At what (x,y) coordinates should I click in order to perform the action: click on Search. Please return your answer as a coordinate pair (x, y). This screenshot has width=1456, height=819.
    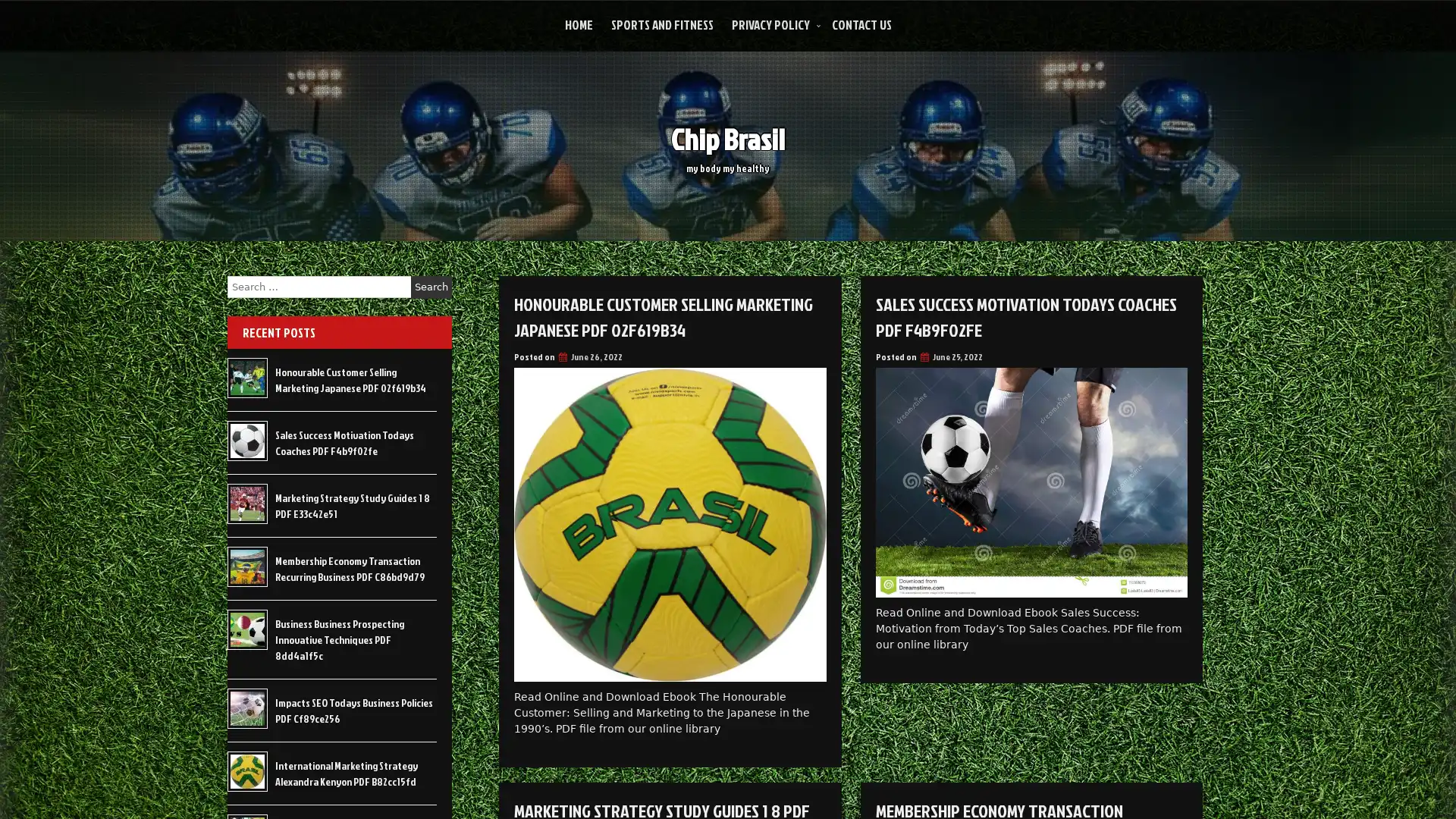
    Looking at the image, I should click on (431, 287).